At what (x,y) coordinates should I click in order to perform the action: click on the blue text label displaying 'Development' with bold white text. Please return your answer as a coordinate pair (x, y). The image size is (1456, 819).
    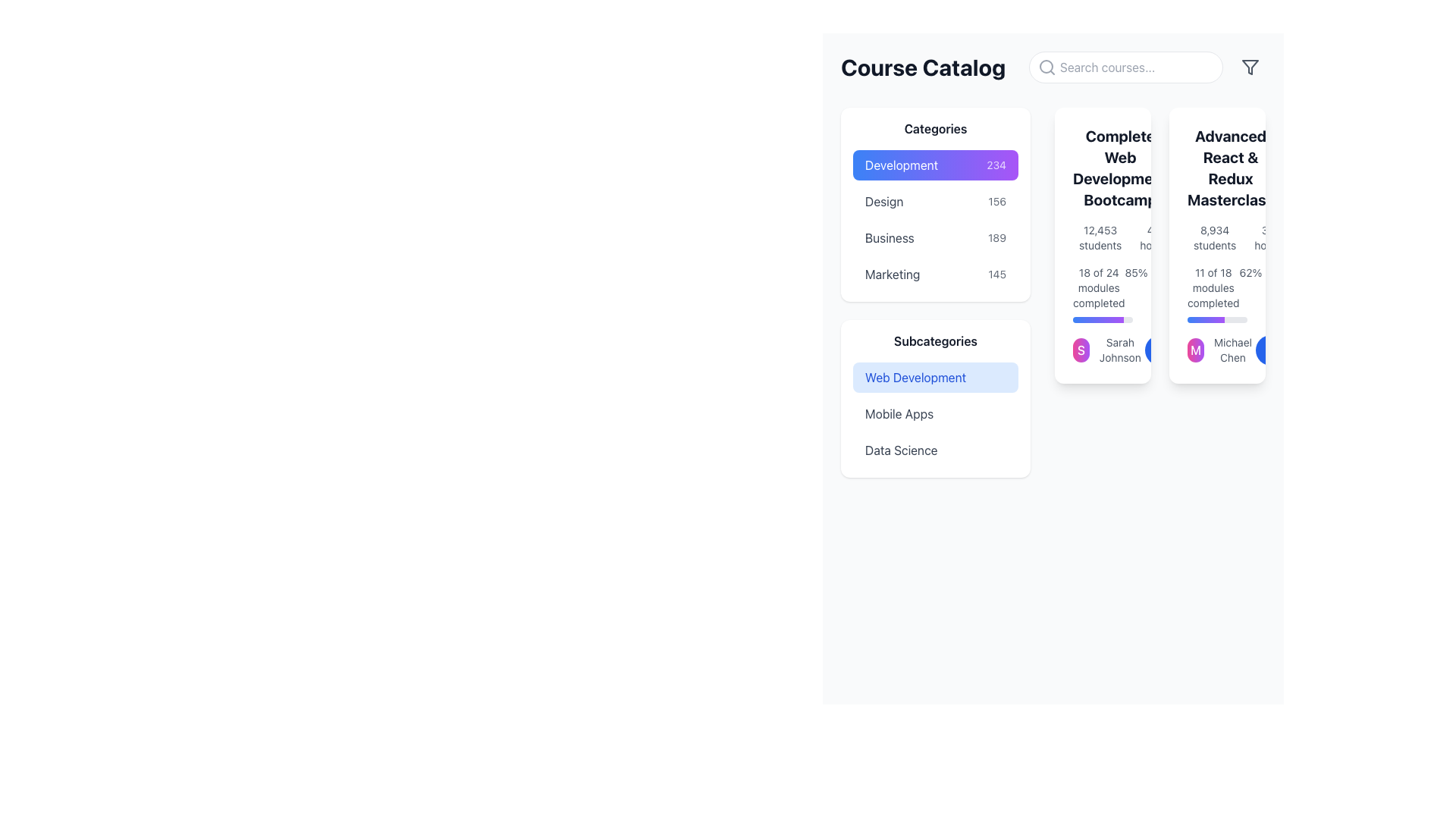
    Looking at the image, I should click on (902, 165).